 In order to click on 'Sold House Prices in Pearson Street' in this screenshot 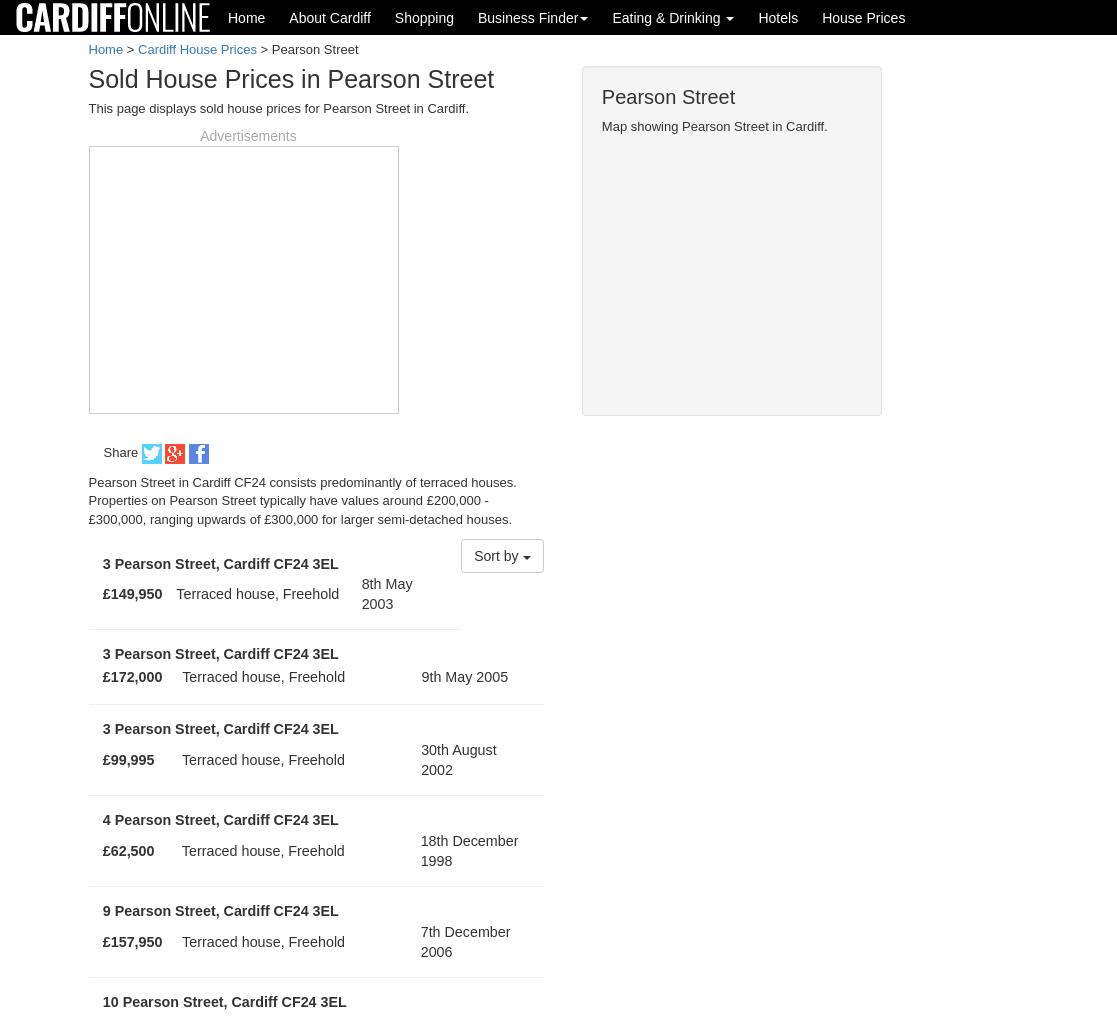, I will do `click(289, 78)`.